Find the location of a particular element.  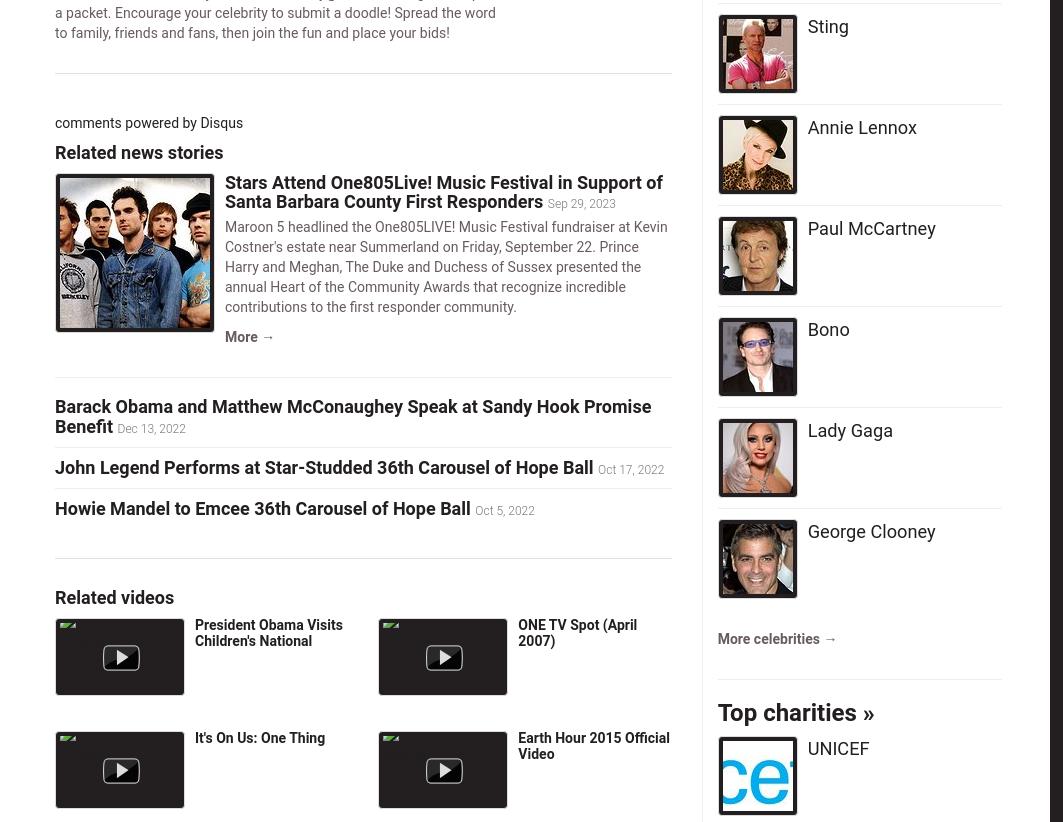

'UNICEF' is located at coordinates (836, 747).